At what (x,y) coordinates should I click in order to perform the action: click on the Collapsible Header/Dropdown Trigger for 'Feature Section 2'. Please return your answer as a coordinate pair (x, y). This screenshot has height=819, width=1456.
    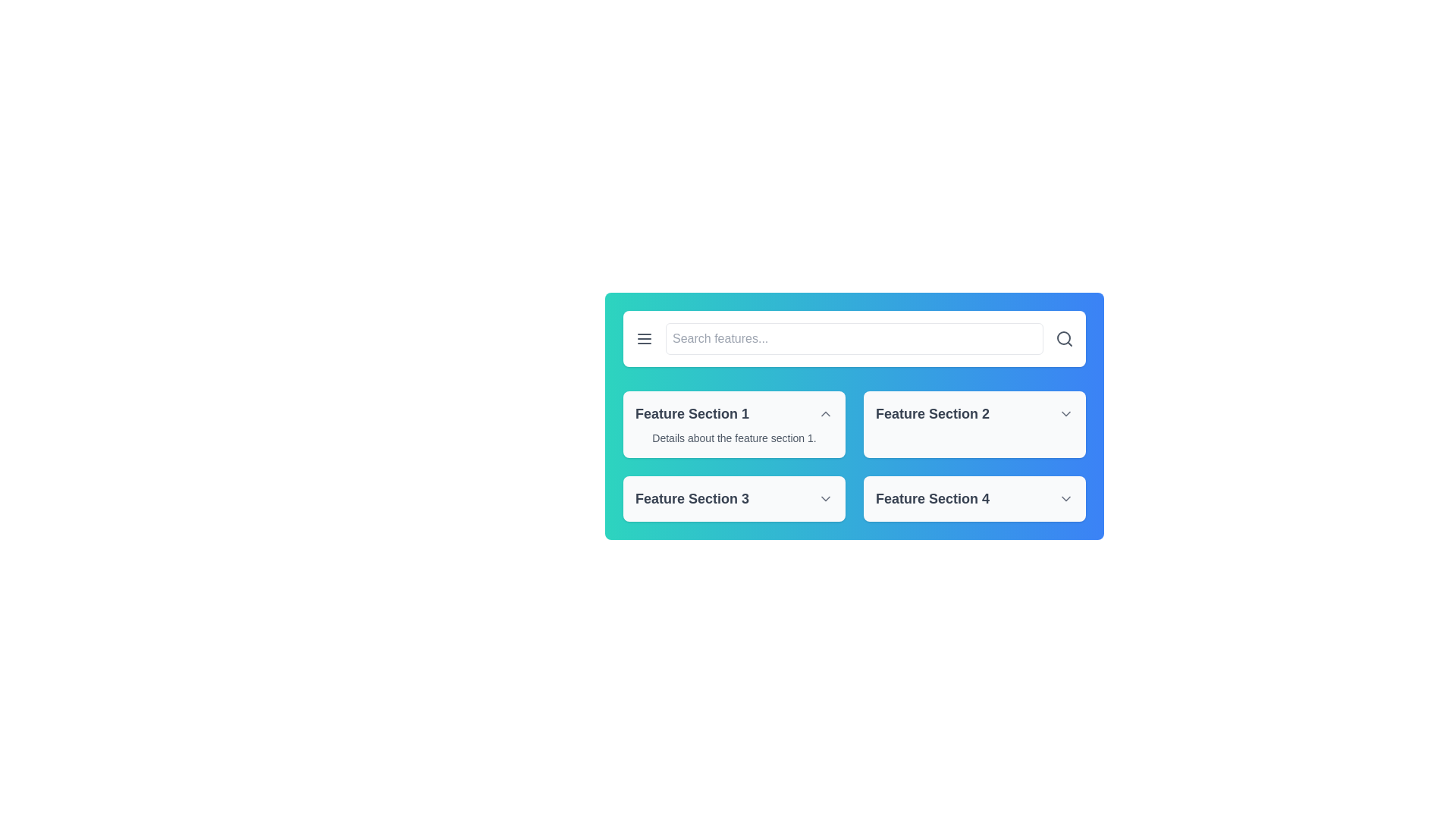
    Looking at the image, I should click on (974, 414).